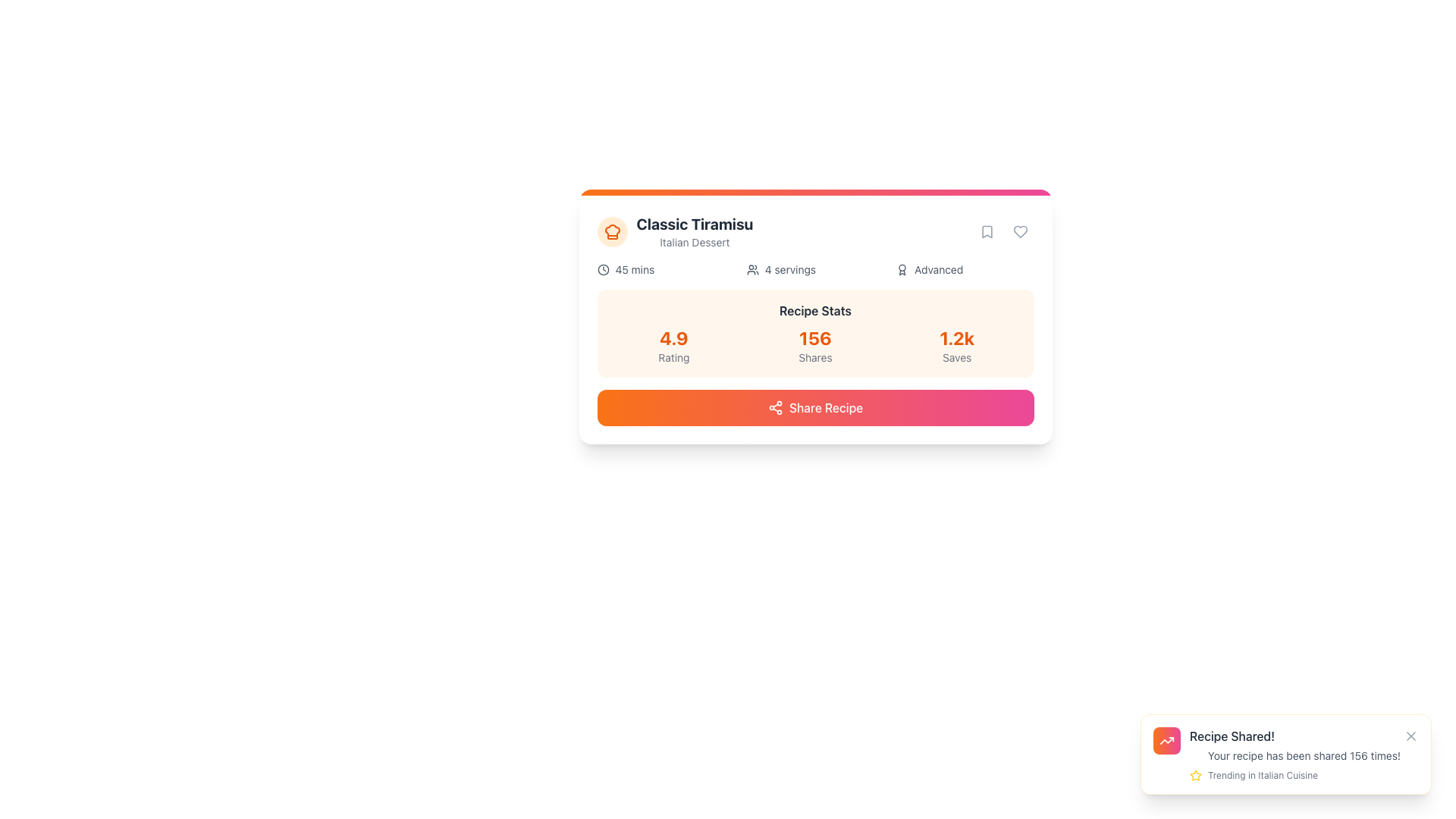  I want to click on the clock icon that visually represents the time duration associated with the recipe, located near the top-left area of the component before the text '45 mins', so click(602, 268).